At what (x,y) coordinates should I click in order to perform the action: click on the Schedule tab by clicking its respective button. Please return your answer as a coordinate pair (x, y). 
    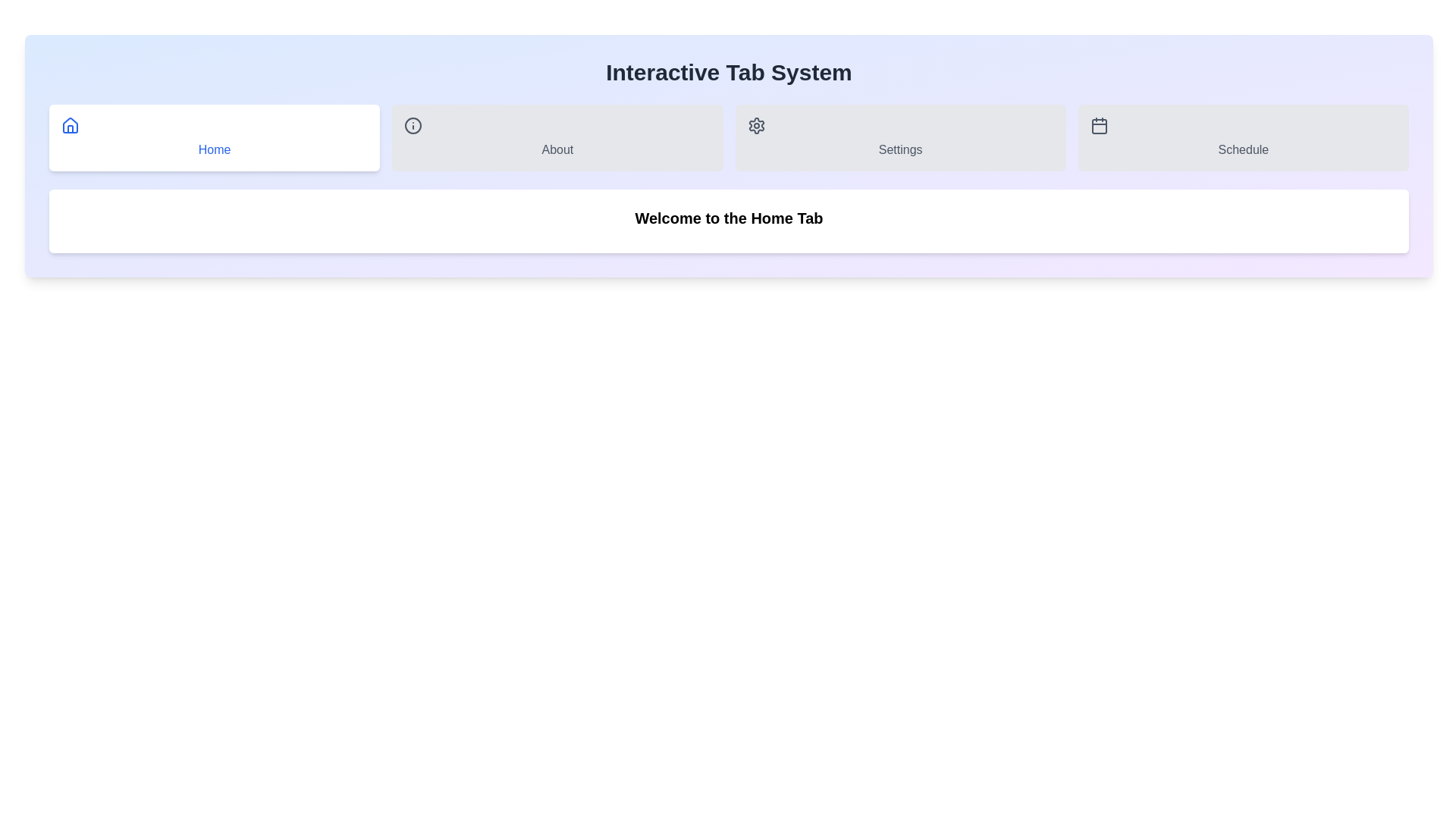
    Looking at the image, I should click on (1242, 137).